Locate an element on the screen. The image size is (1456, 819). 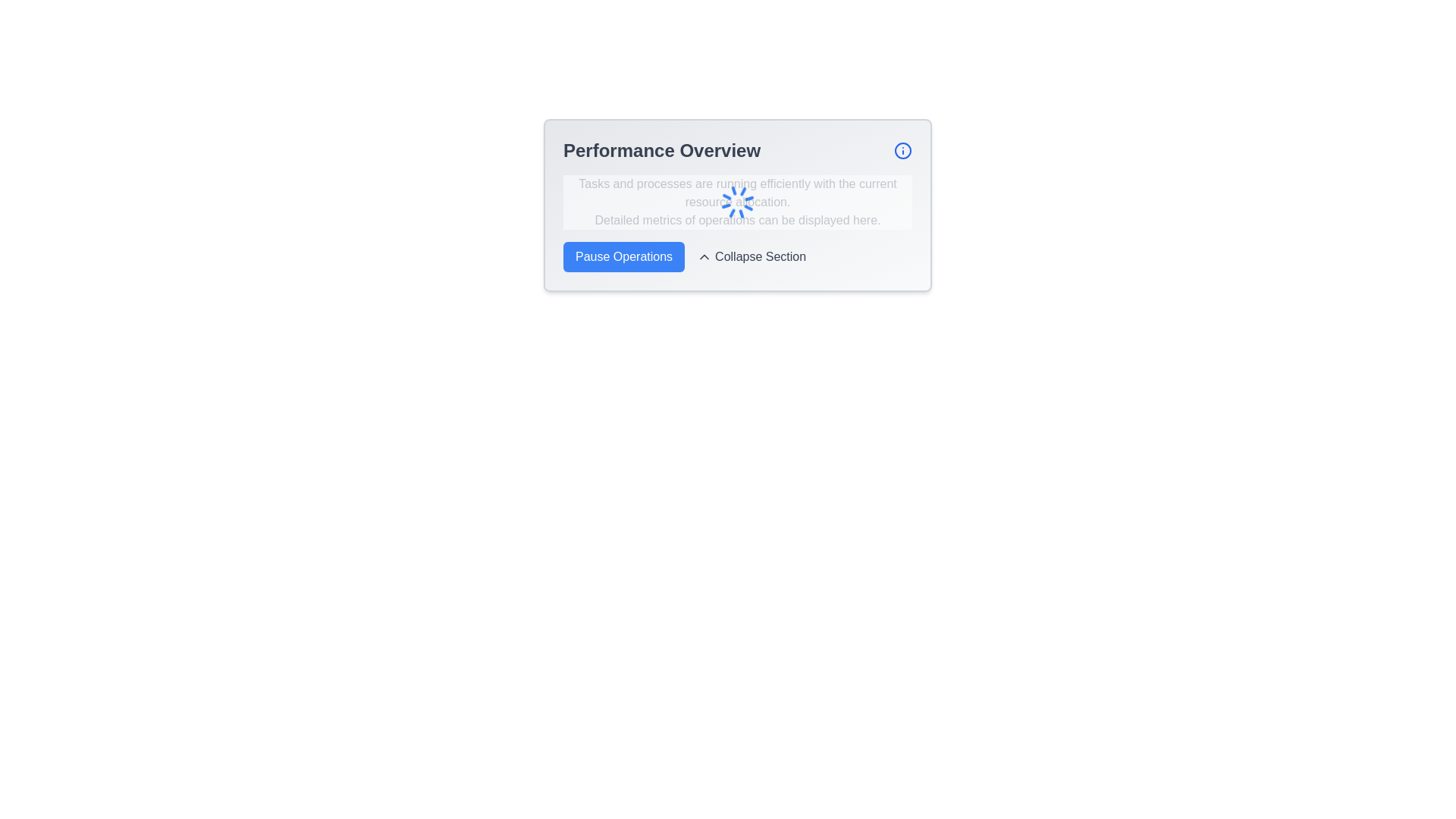
the information icon located in the top-right corner of the 'Performance Overview' section, which provides additional context or help is located at coordinates (902, 151).